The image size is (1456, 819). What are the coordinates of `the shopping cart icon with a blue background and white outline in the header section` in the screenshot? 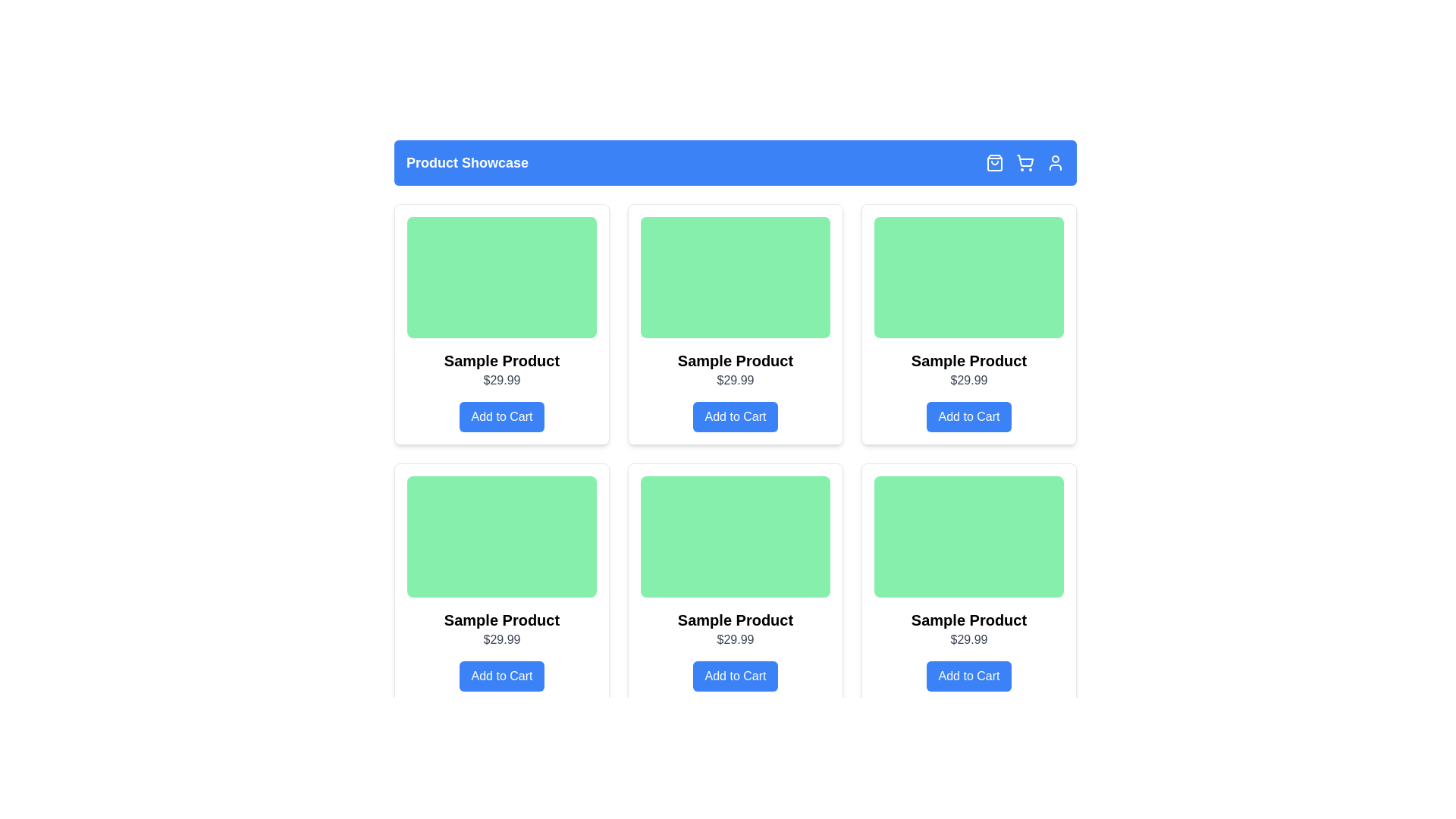 It's located at (1025, 163).